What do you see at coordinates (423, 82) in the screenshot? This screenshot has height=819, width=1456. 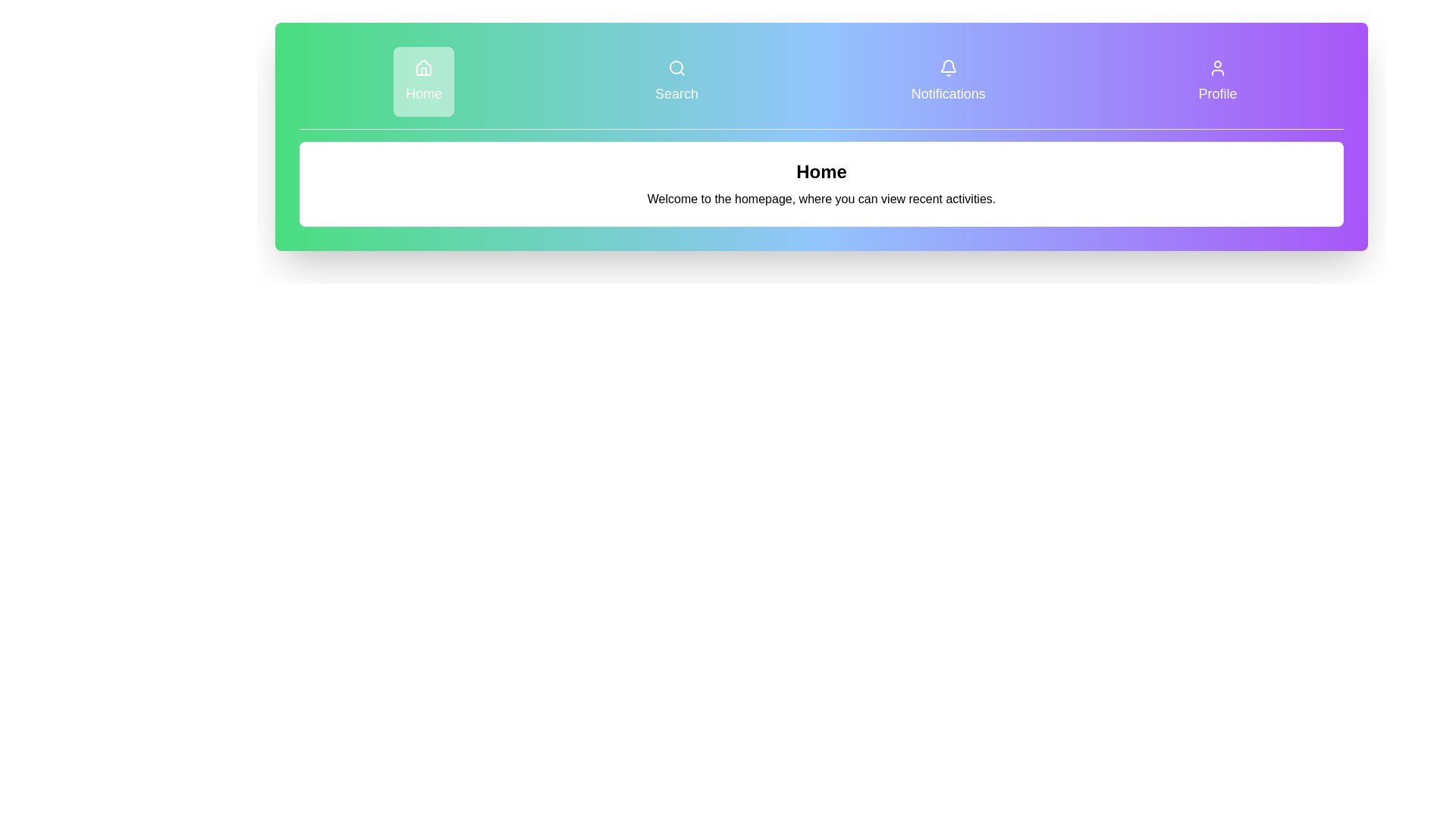 I see `the tab labeled Home to navigate to it` at bounding box center [423, 82].